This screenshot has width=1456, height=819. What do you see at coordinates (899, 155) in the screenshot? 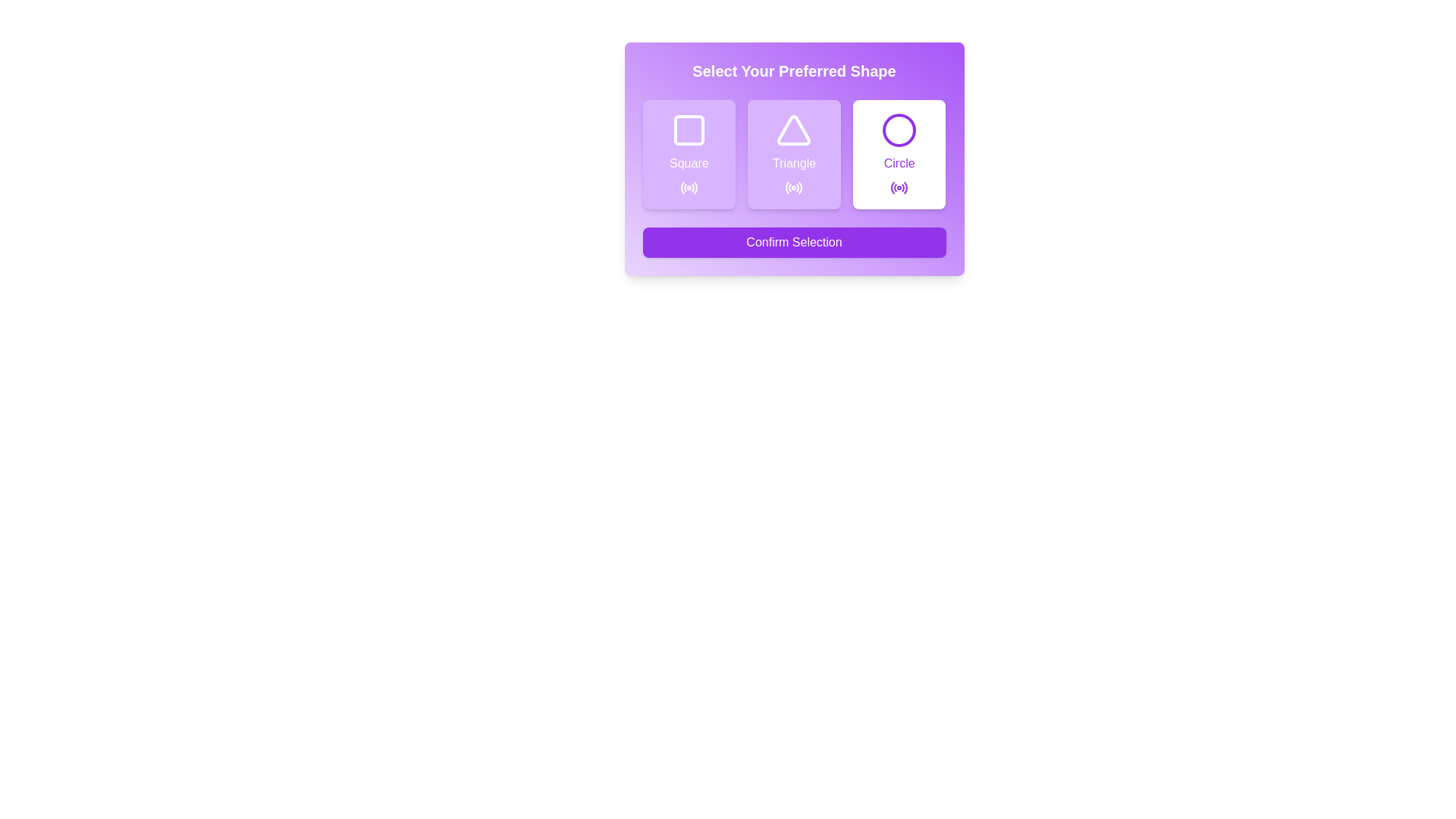
I see `the selectable card representing the shape 'circle' located in the third column of the grid under 'Select Your Preferred Shape'` at bounding box center [899, 155].